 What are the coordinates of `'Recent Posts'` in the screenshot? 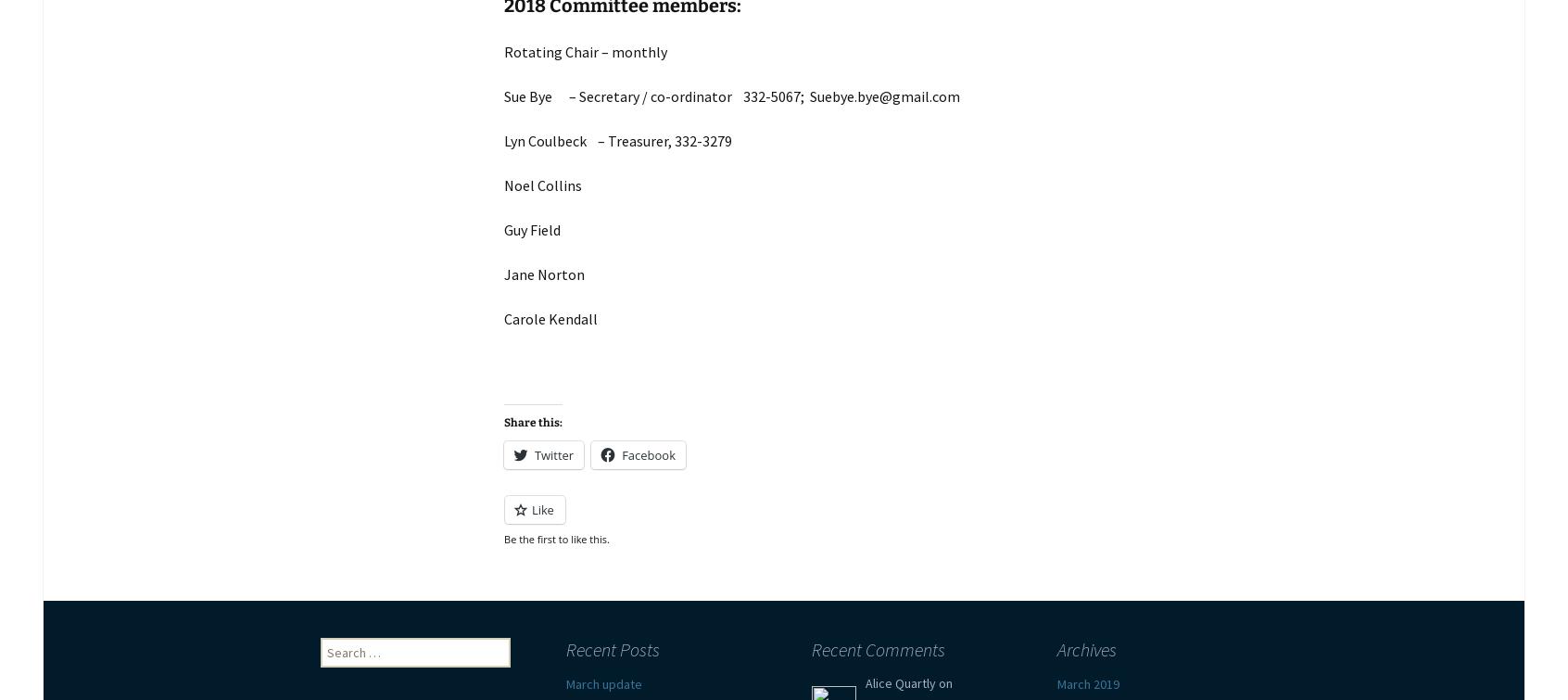 It's located at (613, 647).